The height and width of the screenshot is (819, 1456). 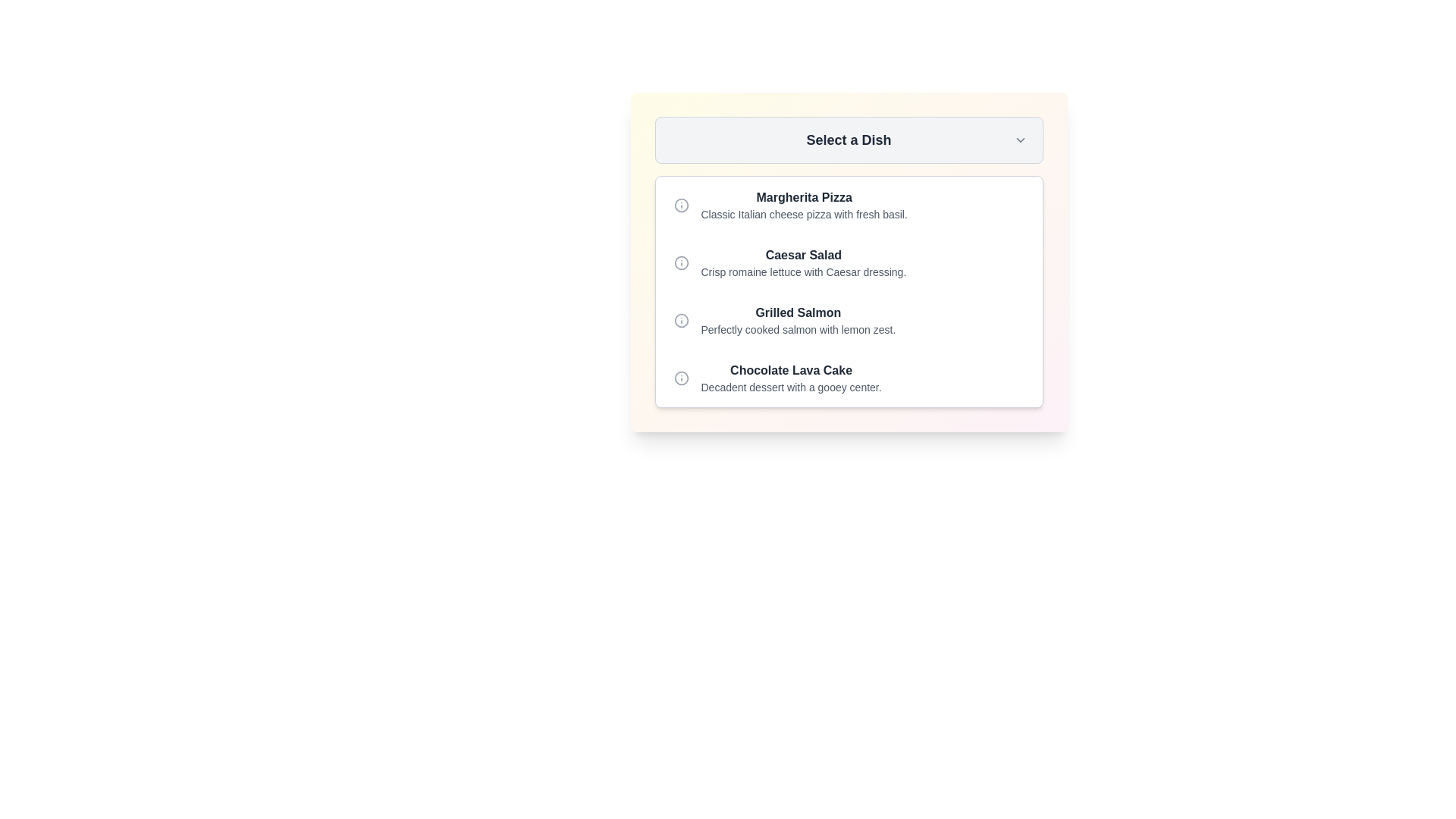 I want to click on the dropdown indicator icon, which is an arrow-shaped icon pointing downward, located to the far right of the header titled 'Select a Dish', to trigger a tooltip or visual effect, so click(x=1020, y=140).